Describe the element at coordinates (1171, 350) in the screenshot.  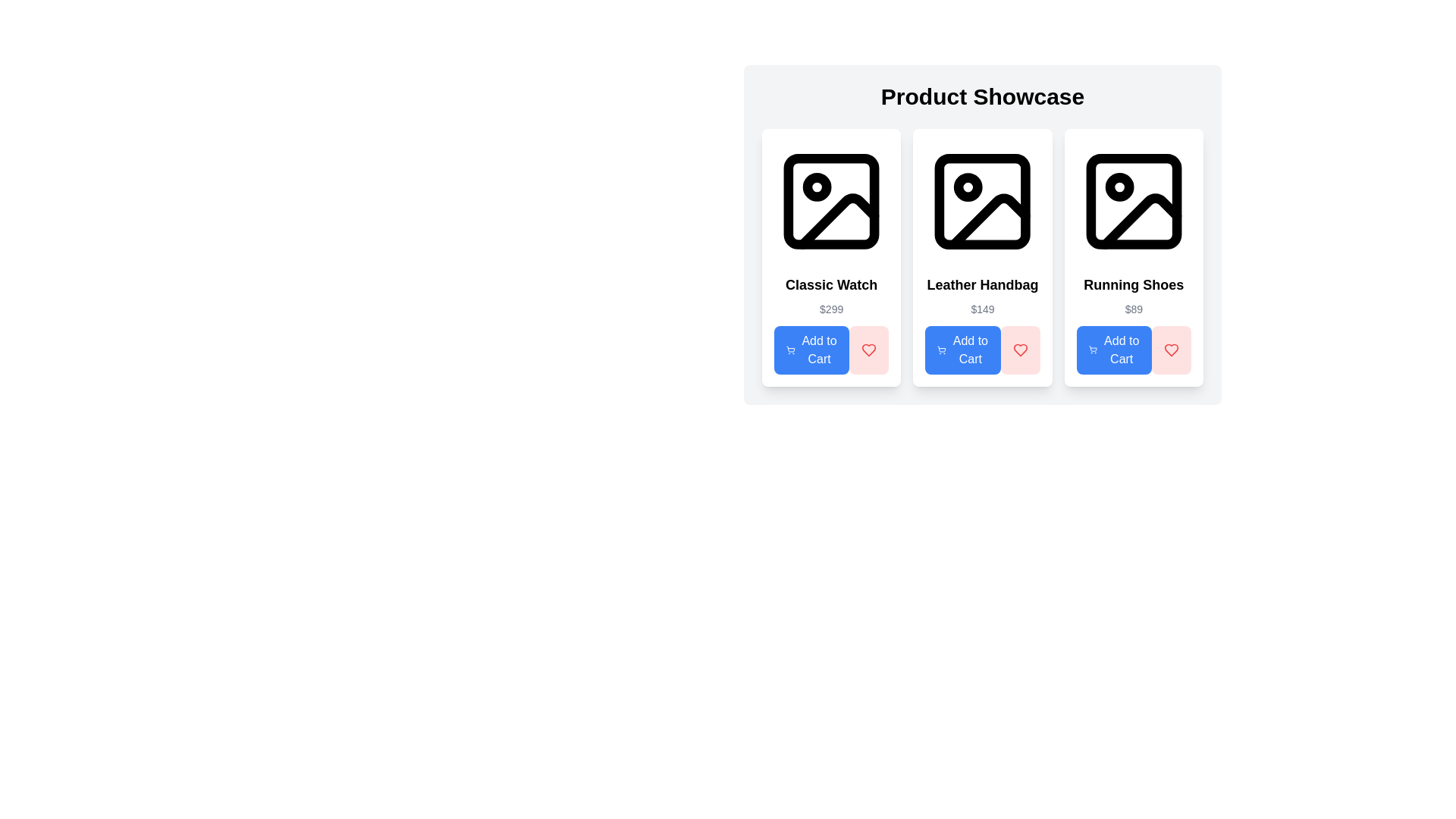
I see `the heart-shaped icon button, which is styled with a red stroke and represents a 'like' action, located in the lower section of the third product card` at that location.